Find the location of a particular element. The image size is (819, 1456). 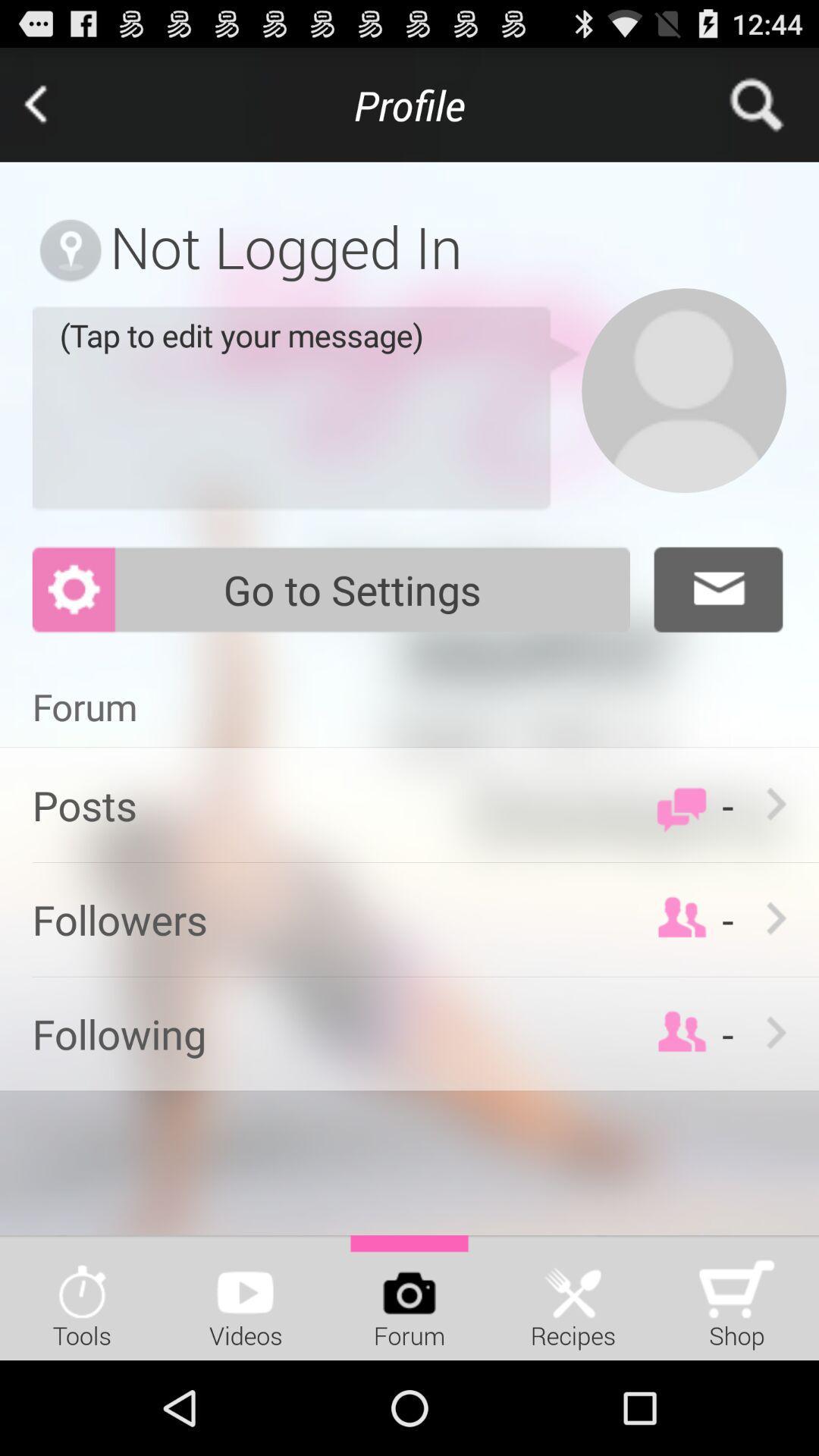

the search icon is located at coordinates (761, 111).